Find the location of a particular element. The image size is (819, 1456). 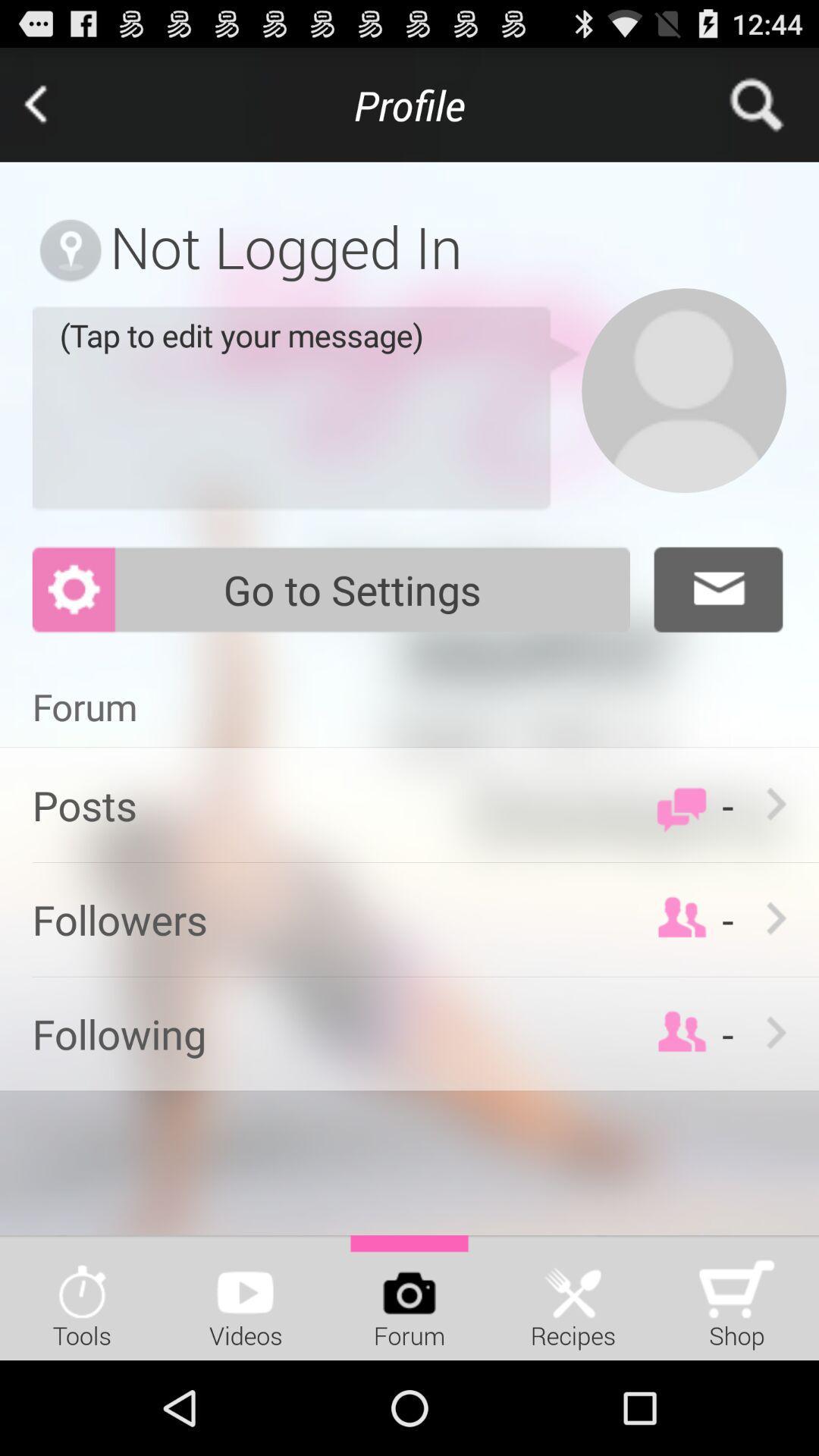

the search icon is located at coordinates (761, 111).